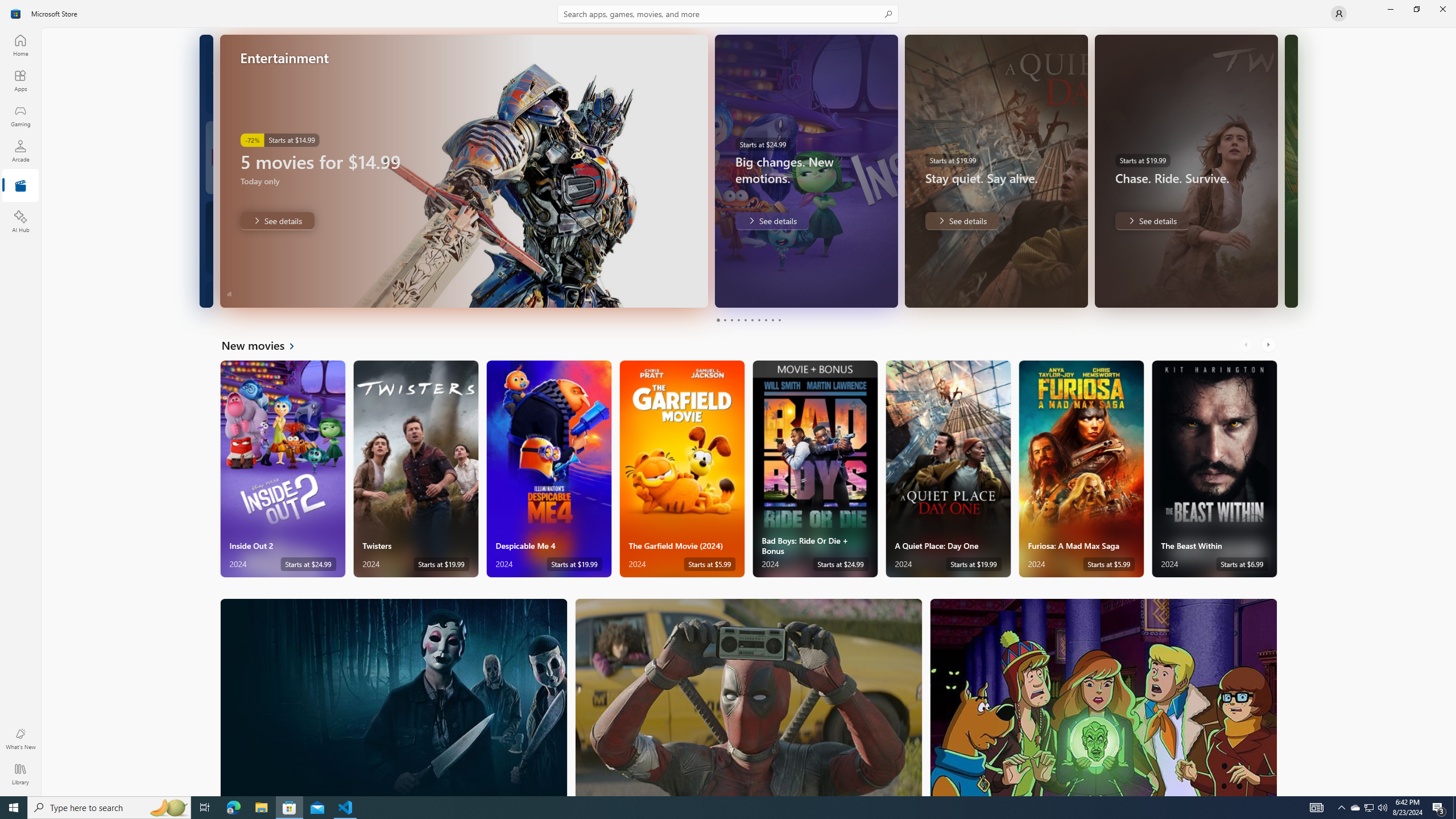 The width and height of the screenshot is (1456, 819). I want to click on 'Page 10', so click(779, 320).